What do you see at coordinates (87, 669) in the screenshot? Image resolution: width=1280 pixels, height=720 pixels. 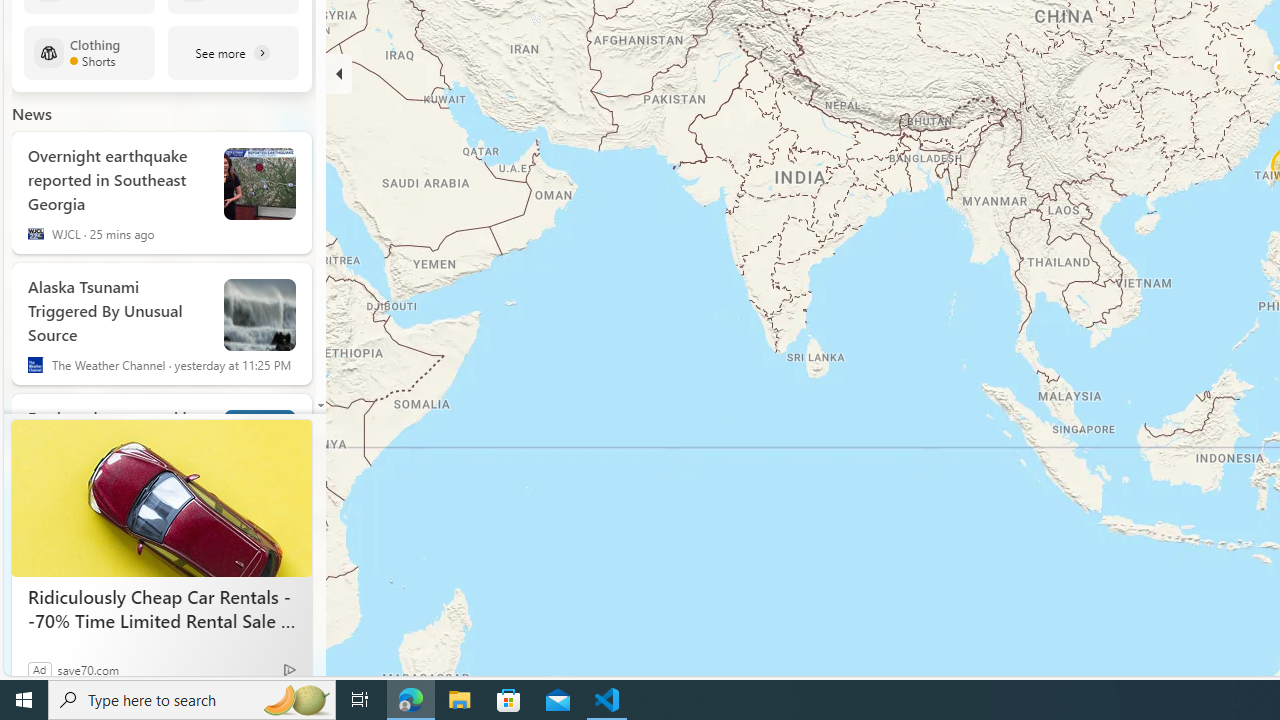 I see `'save70.com'` at bounding box center [87, 669].